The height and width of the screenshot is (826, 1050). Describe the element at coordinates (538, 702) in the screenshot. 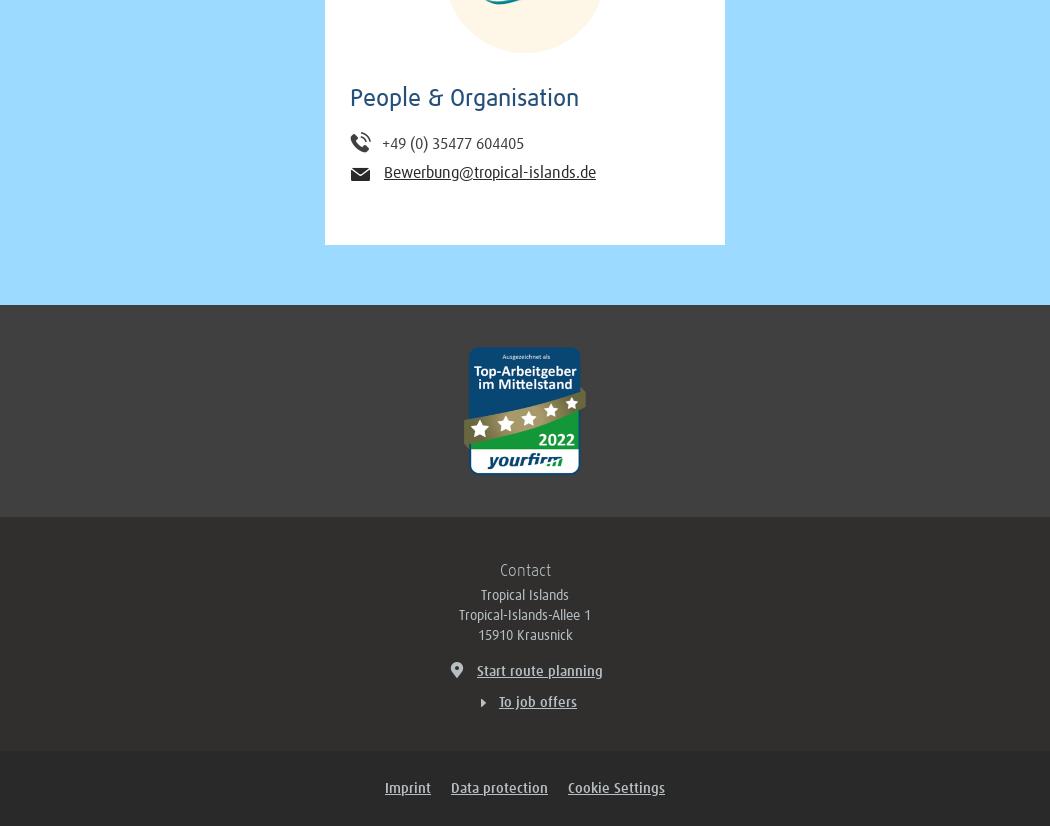

I see `'To job offers'` at that location.